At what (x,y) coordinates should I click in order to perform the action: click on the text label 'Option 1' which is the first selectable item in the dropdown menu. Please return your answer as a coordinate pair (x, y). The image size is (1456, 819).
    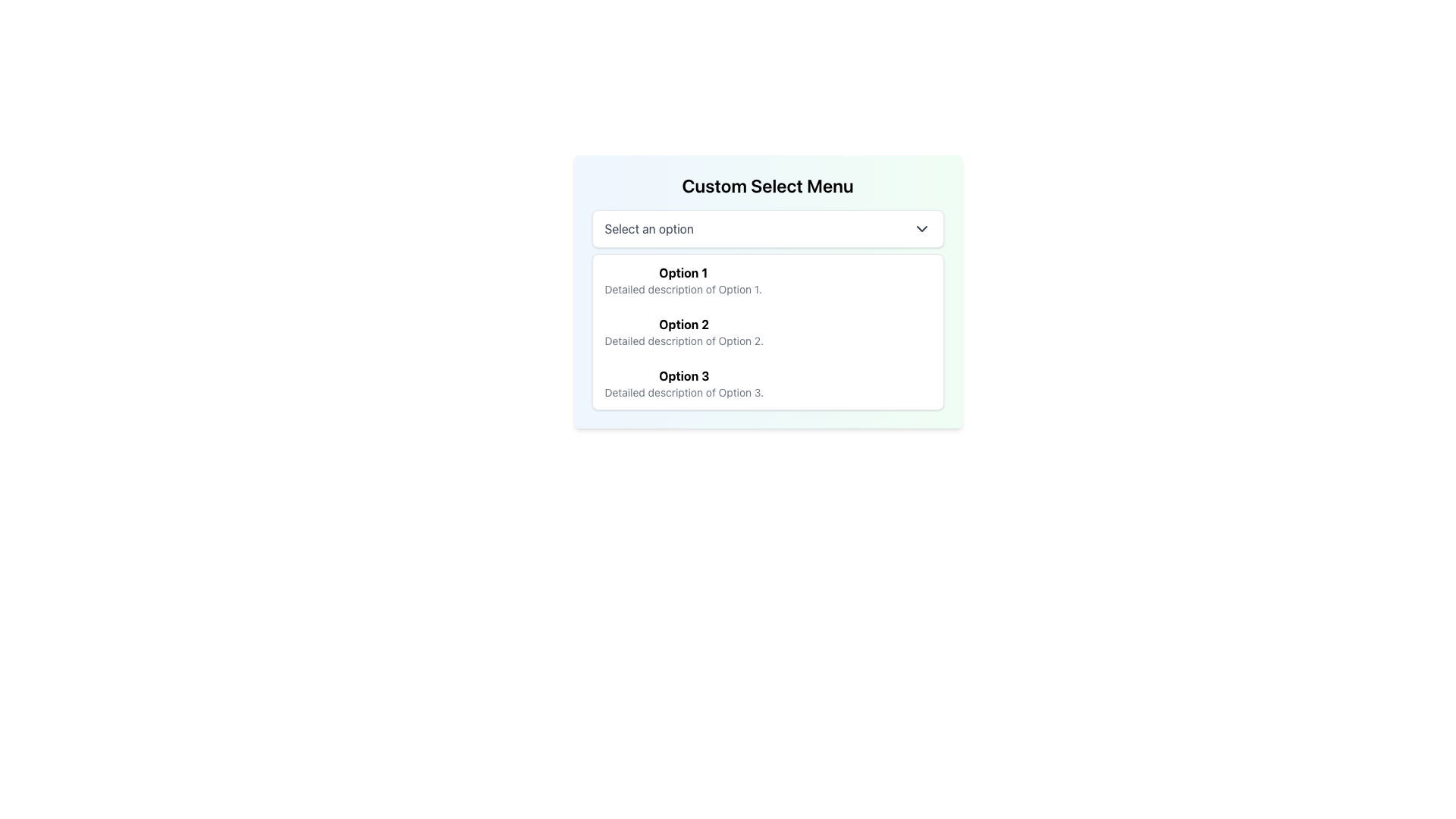
    Looking at the image, I should click on (682, 271).